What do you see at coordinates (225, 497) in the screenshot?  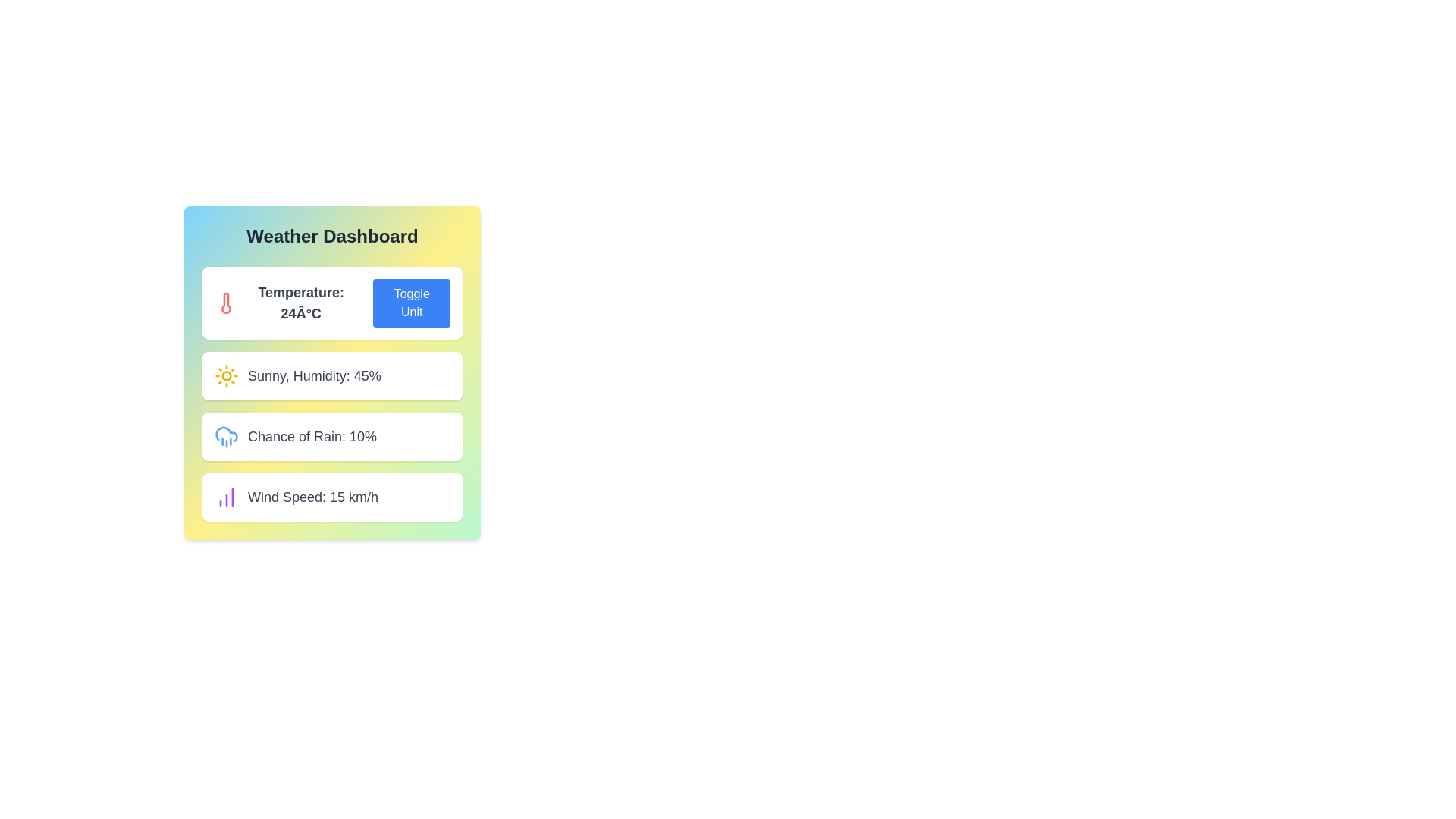 I see `the decorative icon representing increasing wind speed, located at the leftmost position in the 'Wind Speed: 15 km/h' section` at bounding box center [225, 497].